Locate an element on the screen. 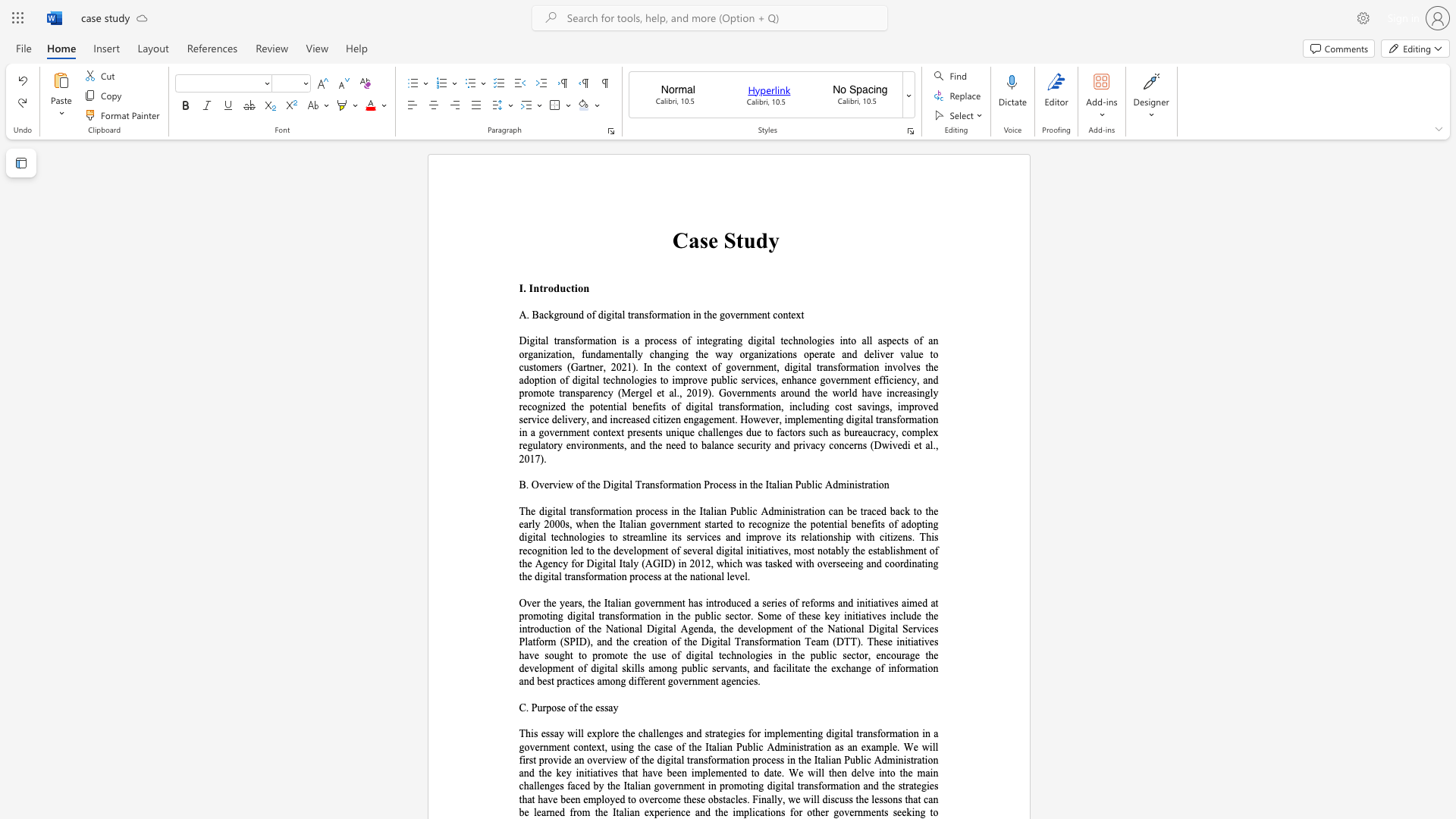  the 13th character "n" in the text is located at coordinates (679, 354).